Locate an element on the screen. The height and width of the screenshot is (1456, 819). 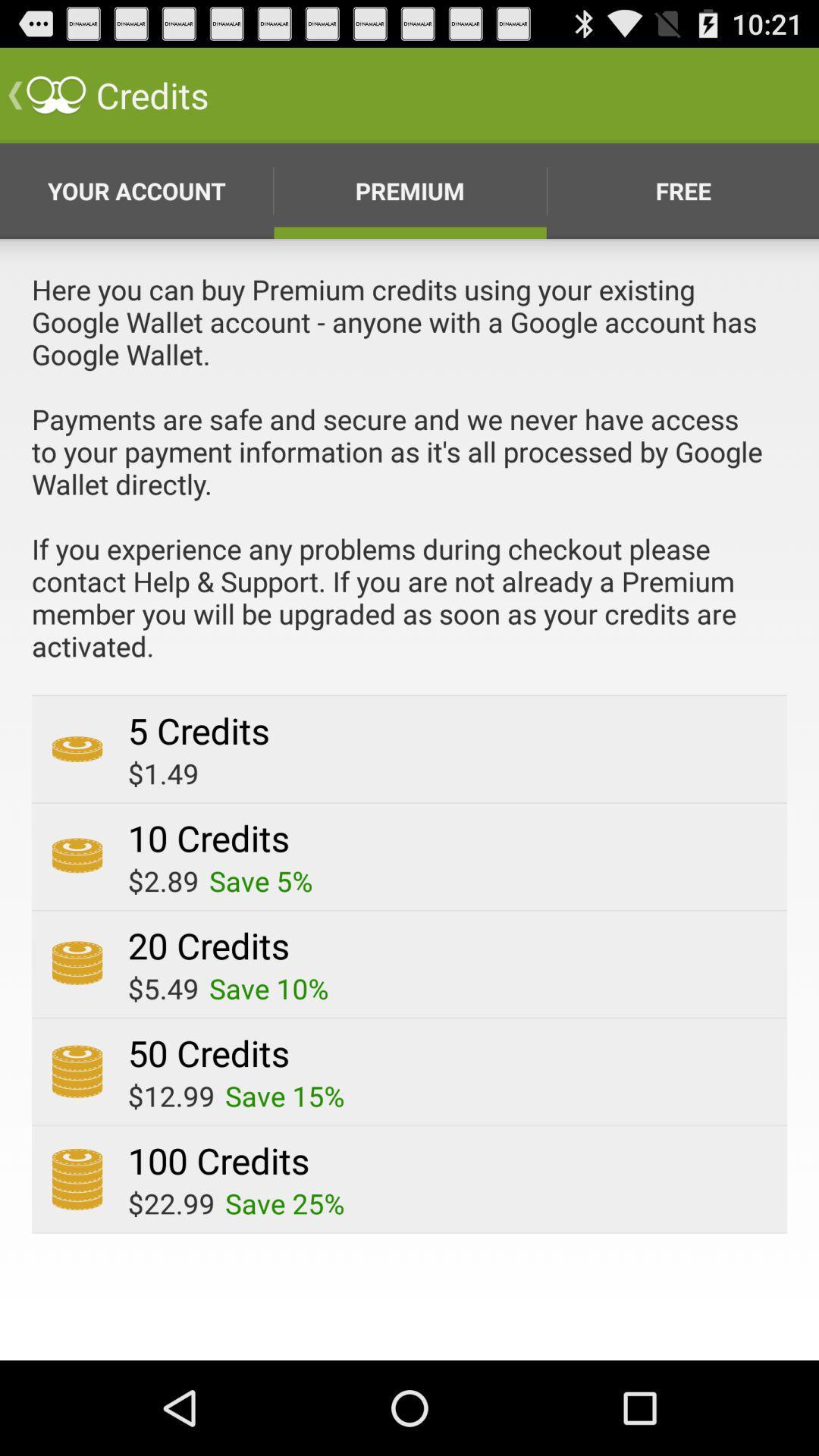
the save 15% is located at coordinates (284, 1096).